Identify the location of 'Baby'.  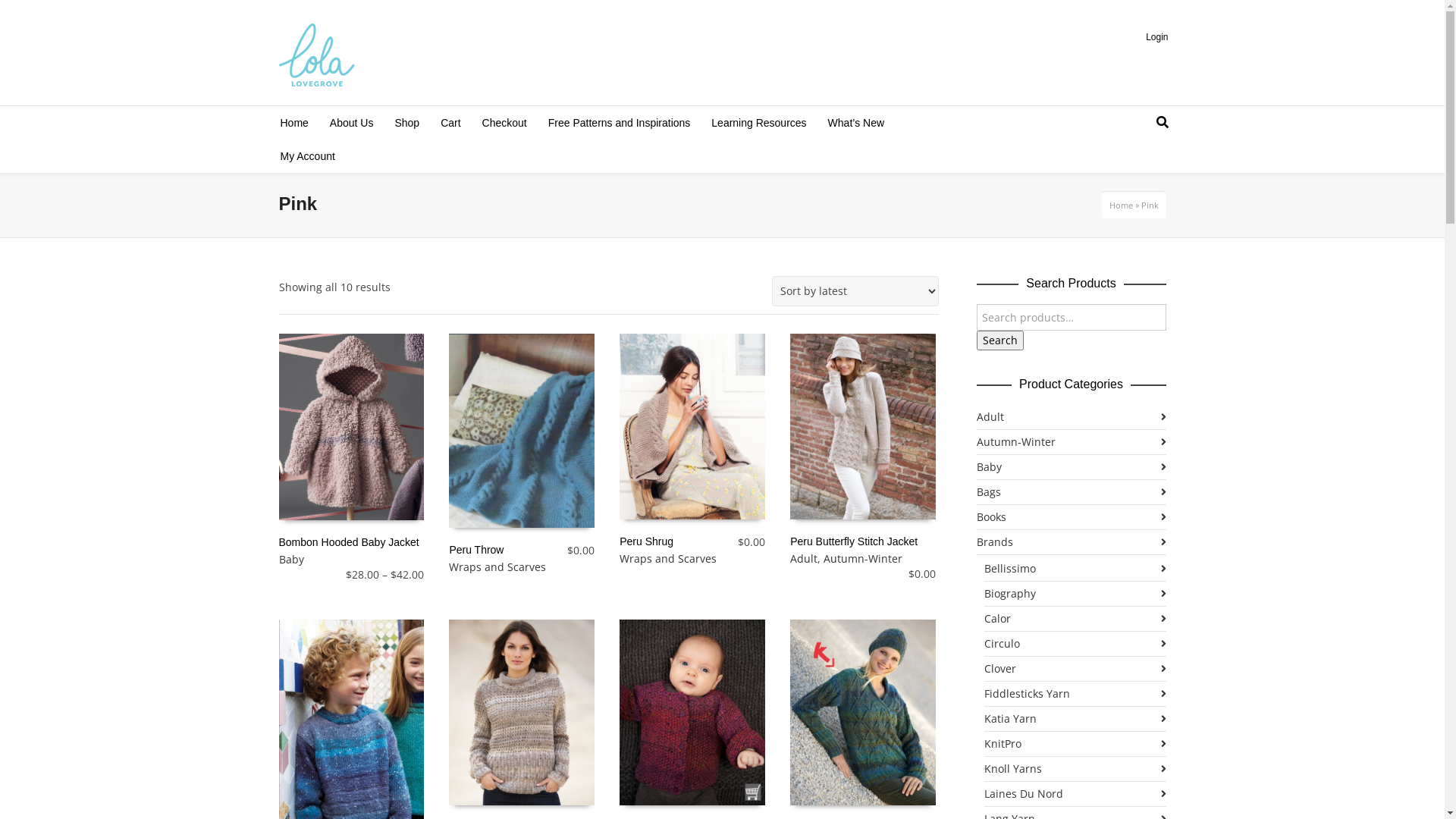
(976, 466).